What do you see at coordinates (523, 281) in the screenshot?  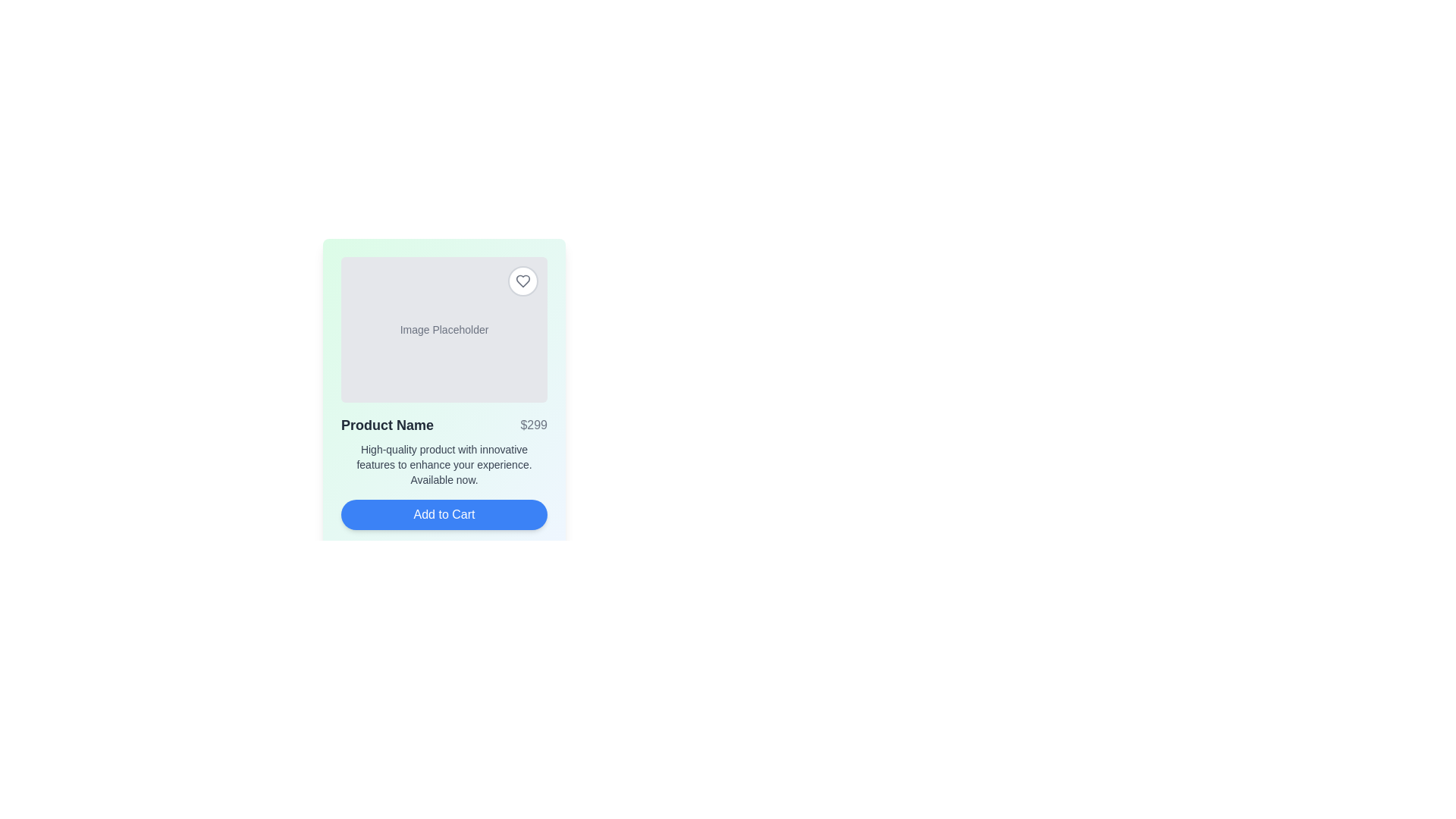 I see `the circular button with a heart icon at the top-right corner of the 'Image Placeholder' component` at bounding box center [523, 281].